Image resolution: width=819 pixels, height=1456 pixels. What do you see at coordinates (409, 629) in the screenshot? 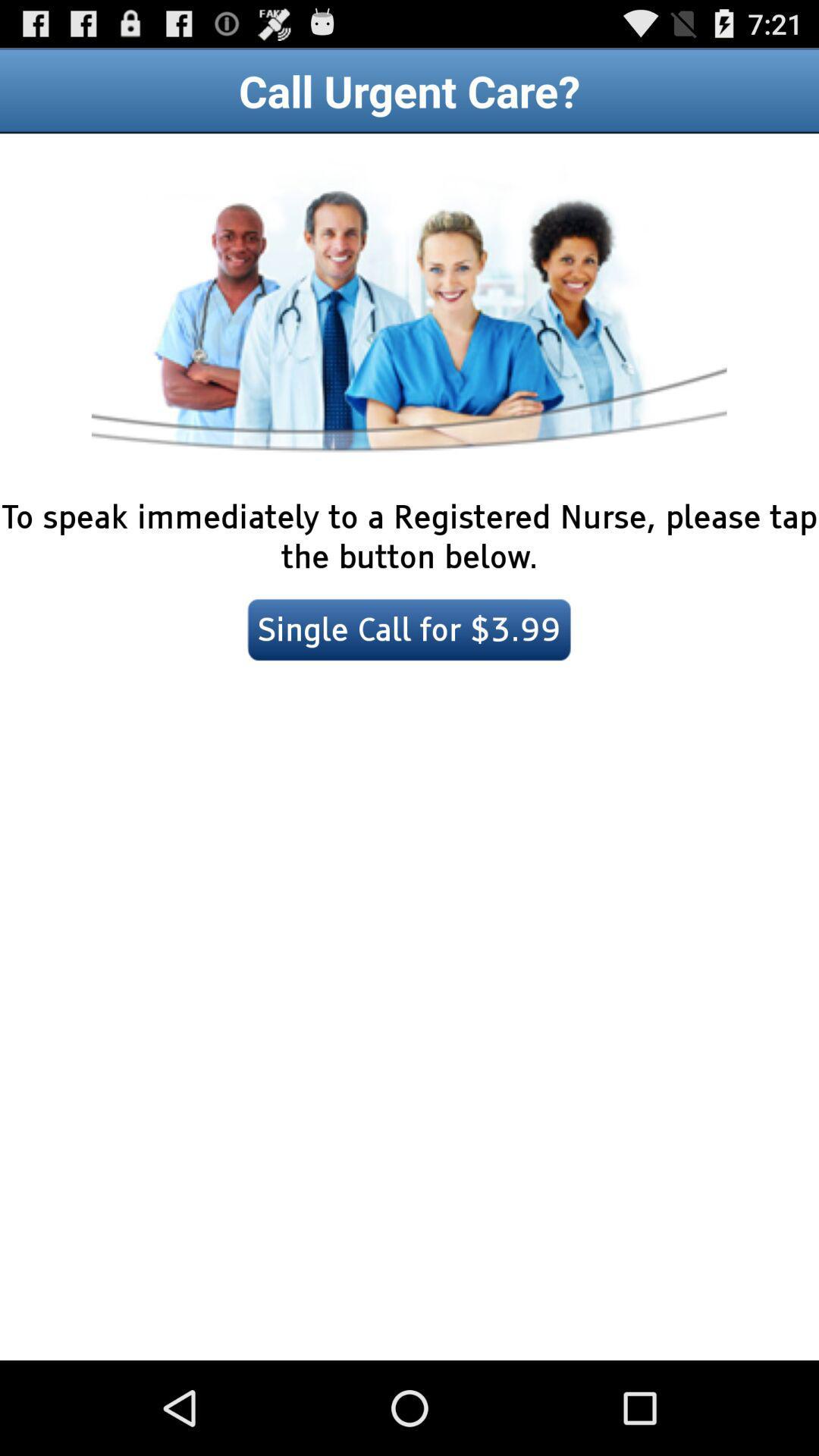
I see `icon below to speak immediately` at bounding box center [409, 629].